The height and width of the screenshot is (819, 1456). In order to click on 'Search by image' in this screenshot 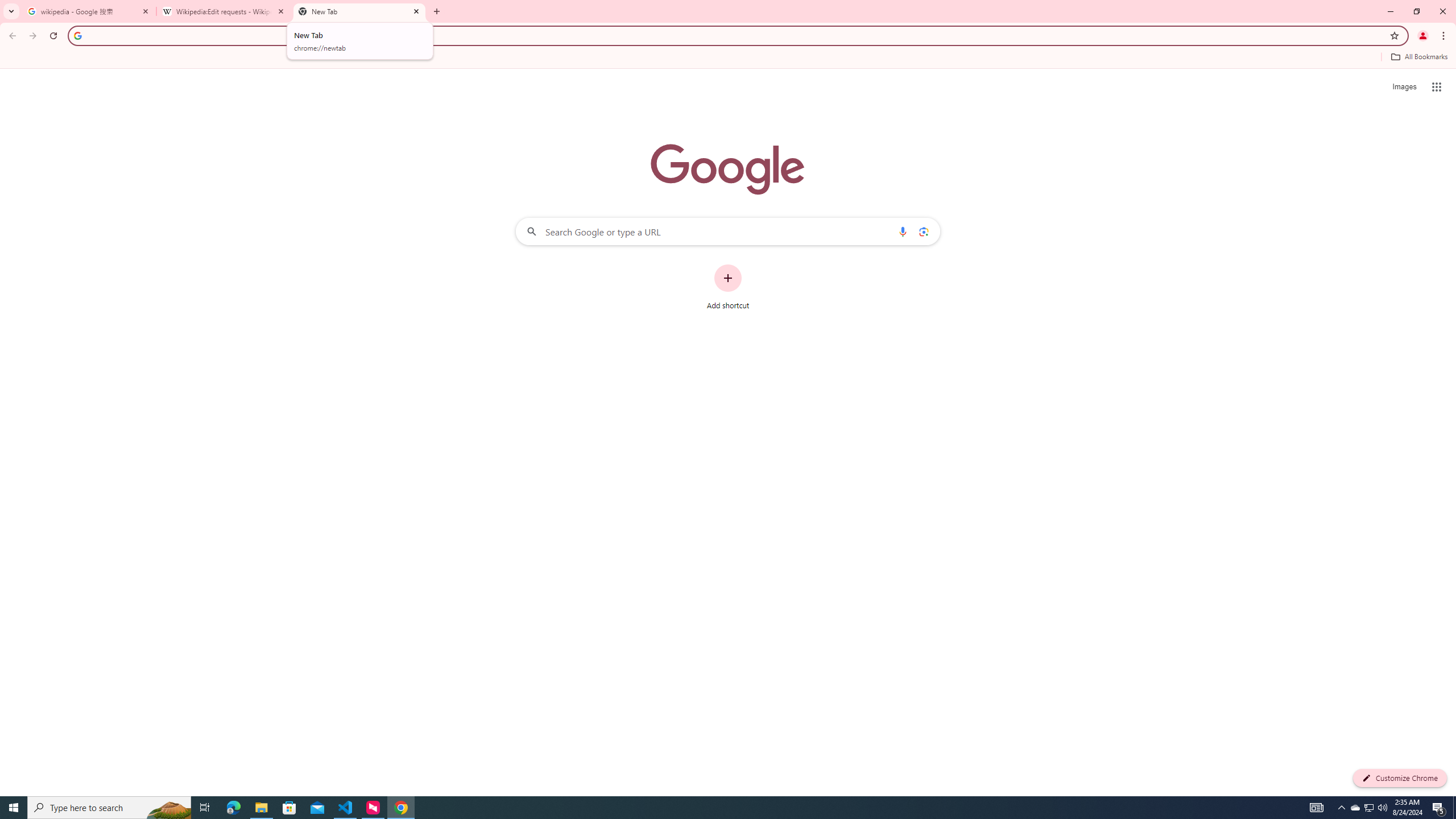, I will do `click(923, 230)`.